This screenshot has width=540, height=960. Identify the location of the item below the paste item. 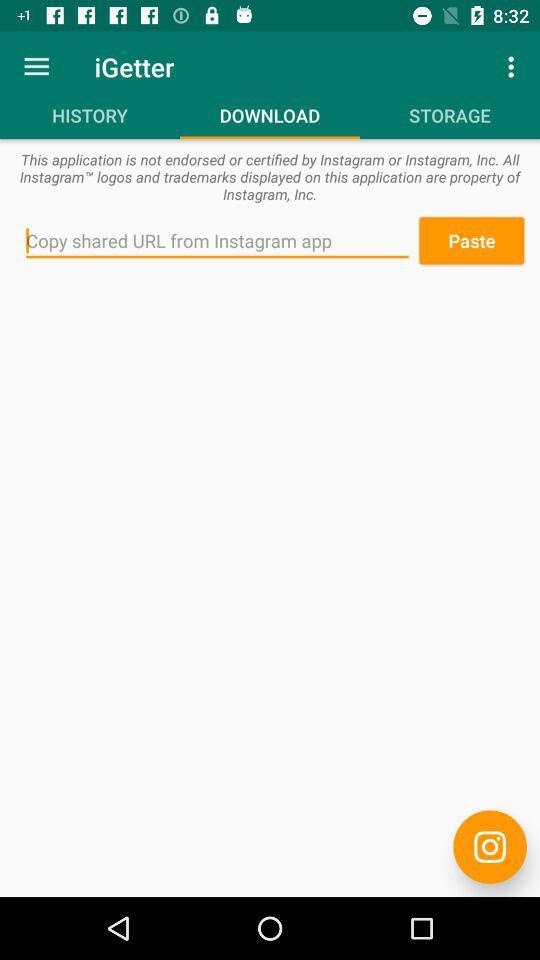
(489, 846).